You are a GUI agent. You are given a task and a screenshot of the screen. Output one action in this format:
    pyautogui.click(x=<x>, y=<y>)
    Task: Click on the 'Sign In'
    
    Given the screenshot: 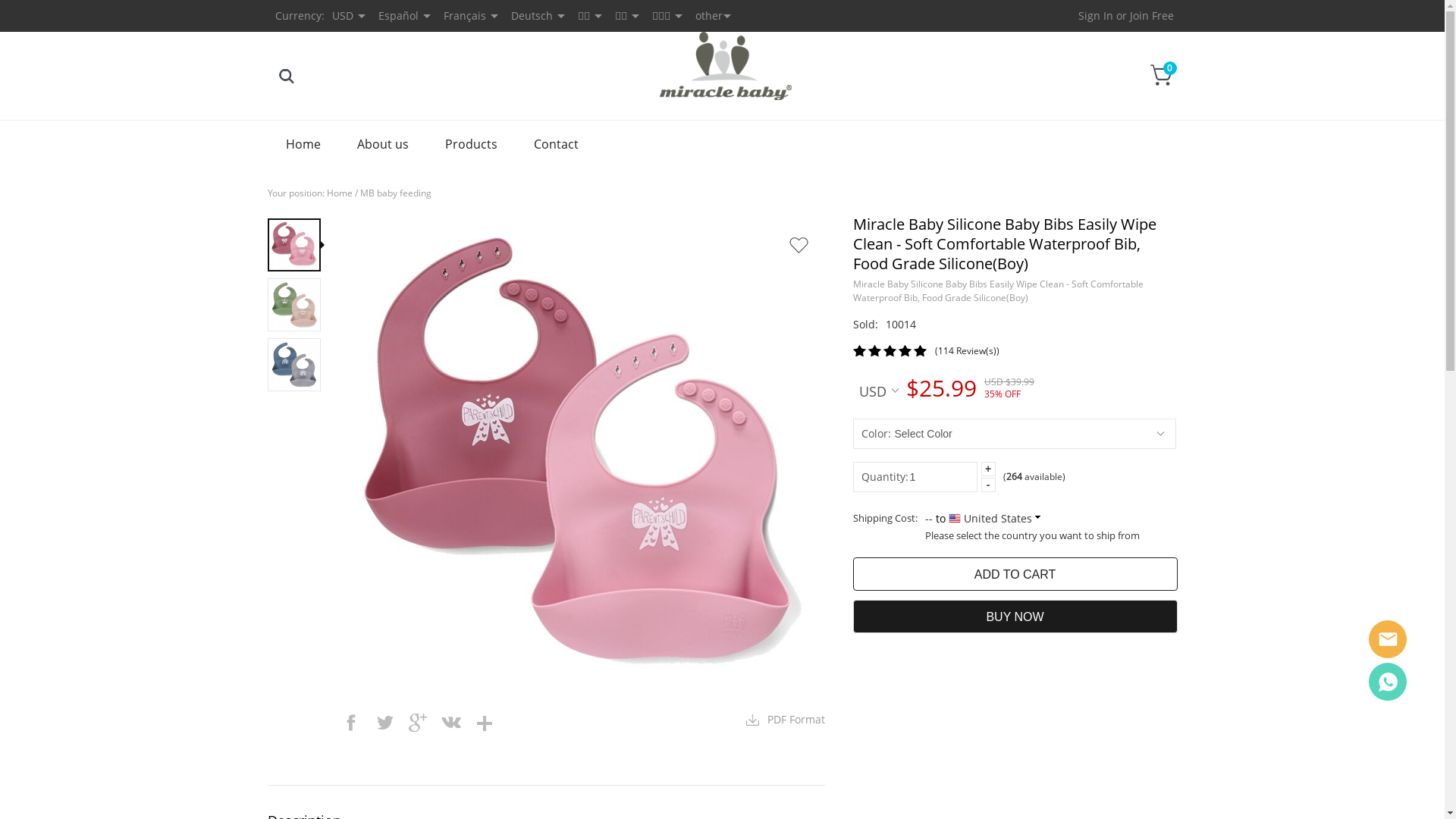 What is the action you would take?
    pyautogui.click(x=1095, y=15)
    